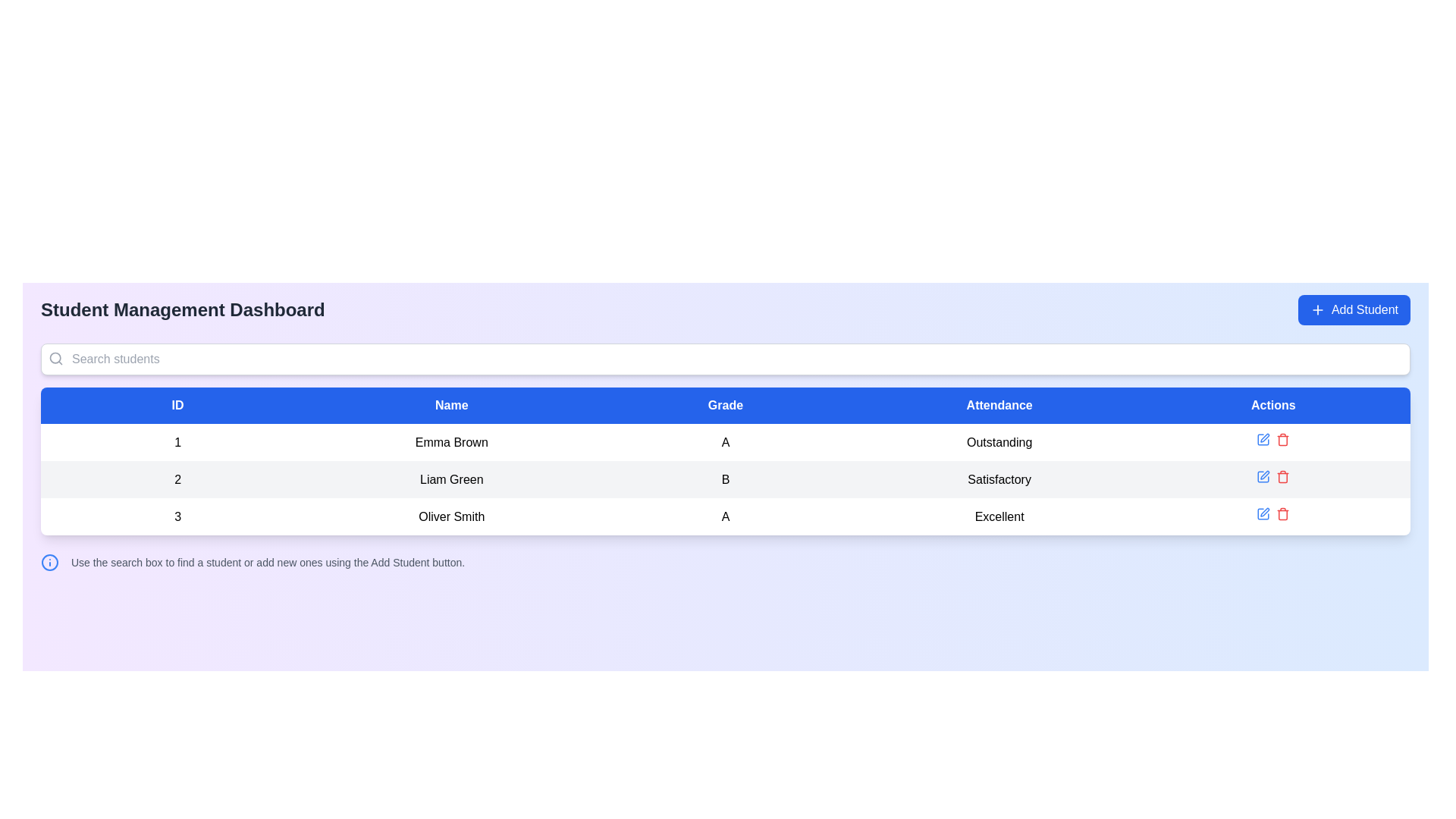  Describe the element at coordinates (999, 442) in the screenshot. I see `the static text label indicating attendance for 'Emma Brown' in the Attendance column of the table` at that location.